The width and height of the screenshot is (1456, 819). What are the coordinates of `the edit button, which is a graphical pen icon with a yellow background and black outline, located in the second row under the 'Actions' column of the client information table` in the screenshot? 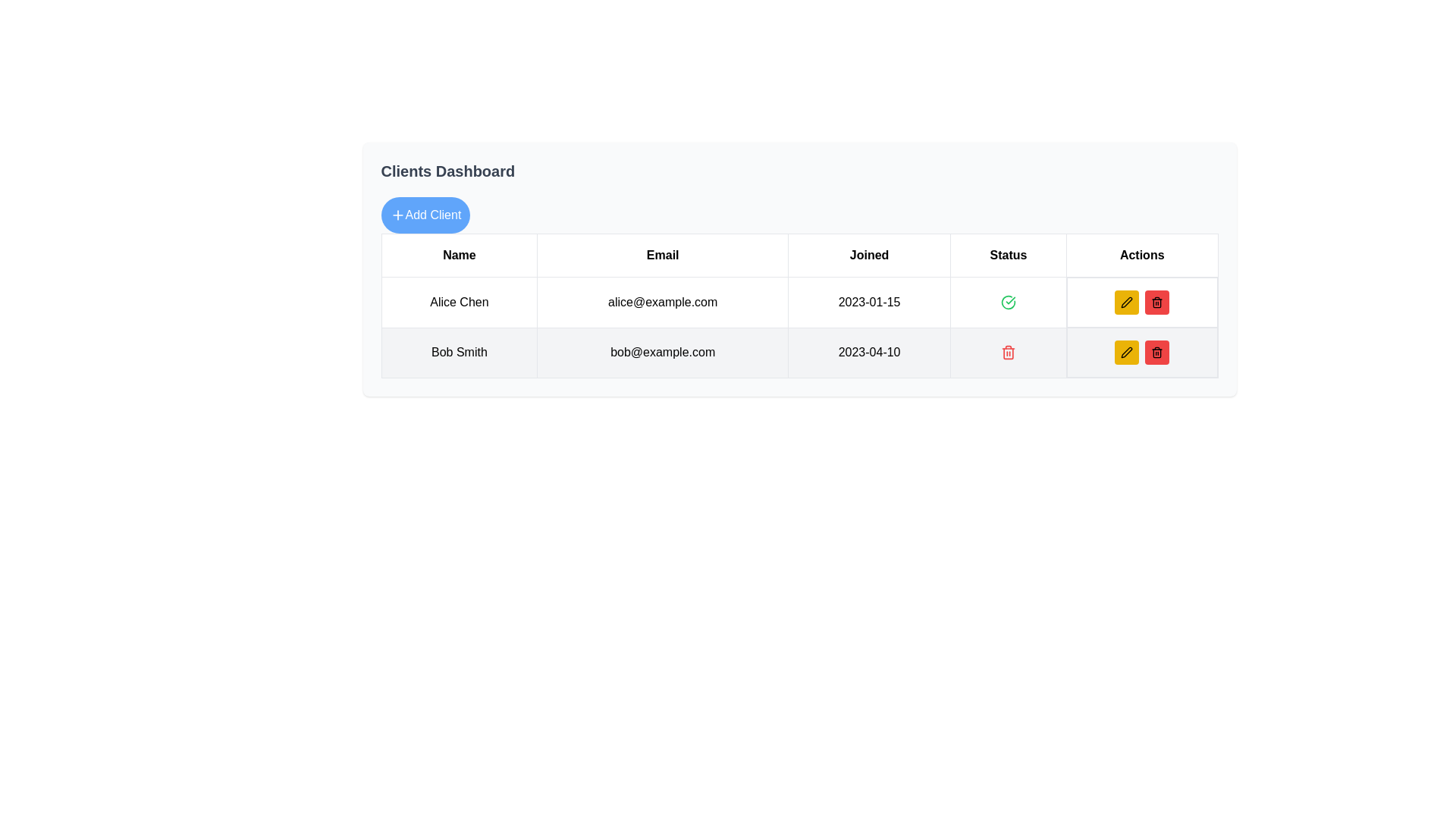 It's located at (1127, 353).